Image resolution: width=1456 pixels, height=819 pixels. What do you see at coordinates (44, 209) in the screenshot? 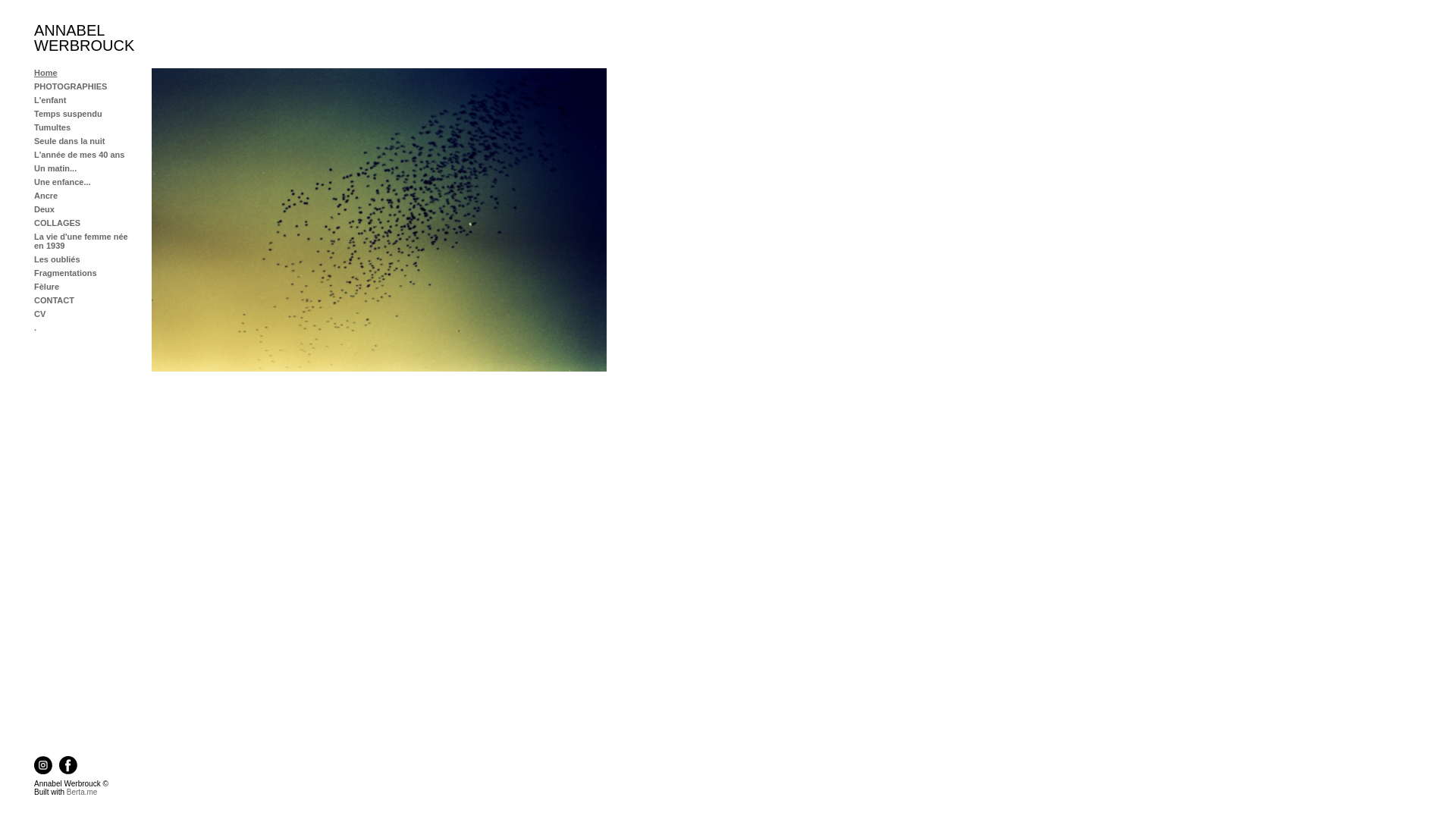
I see `'Deux'` at bounding box center [44, 209].